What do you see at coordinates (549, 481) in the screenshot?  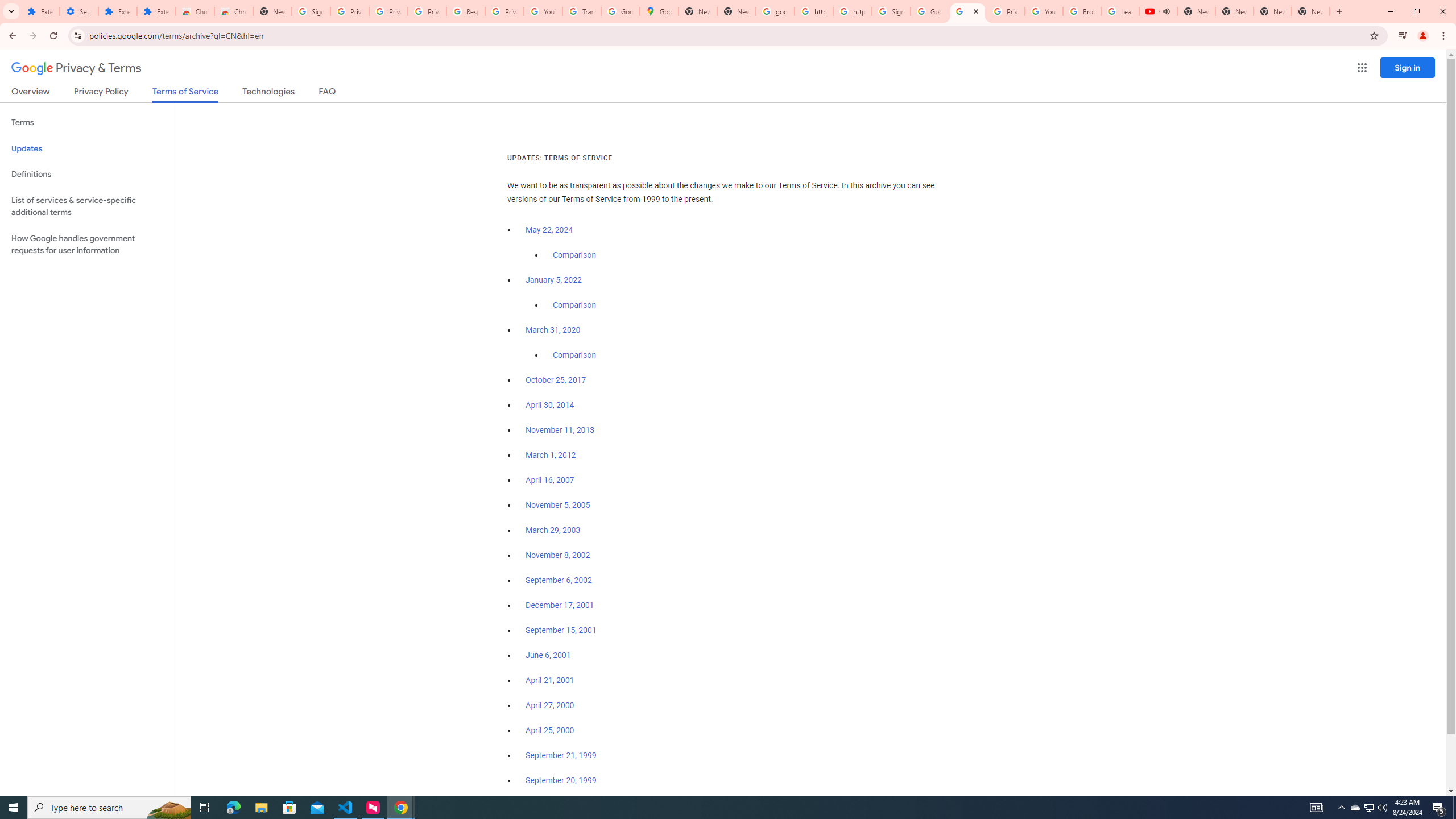 I see `'April 16, 2007'` at bounding box center [549, 481].